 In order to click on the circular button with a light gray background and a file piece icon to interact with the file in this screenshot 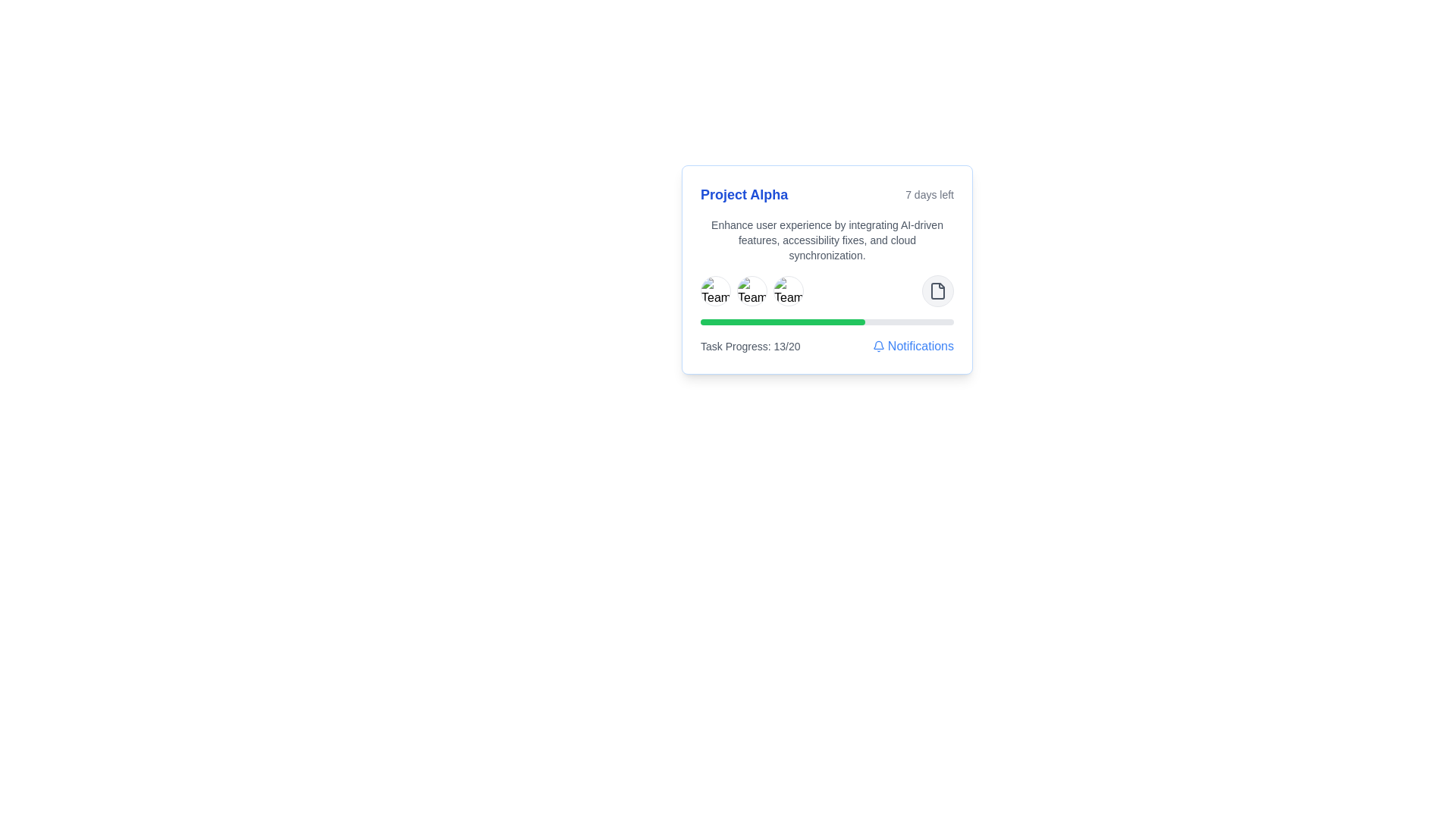, I will do `click(937, 291)`.